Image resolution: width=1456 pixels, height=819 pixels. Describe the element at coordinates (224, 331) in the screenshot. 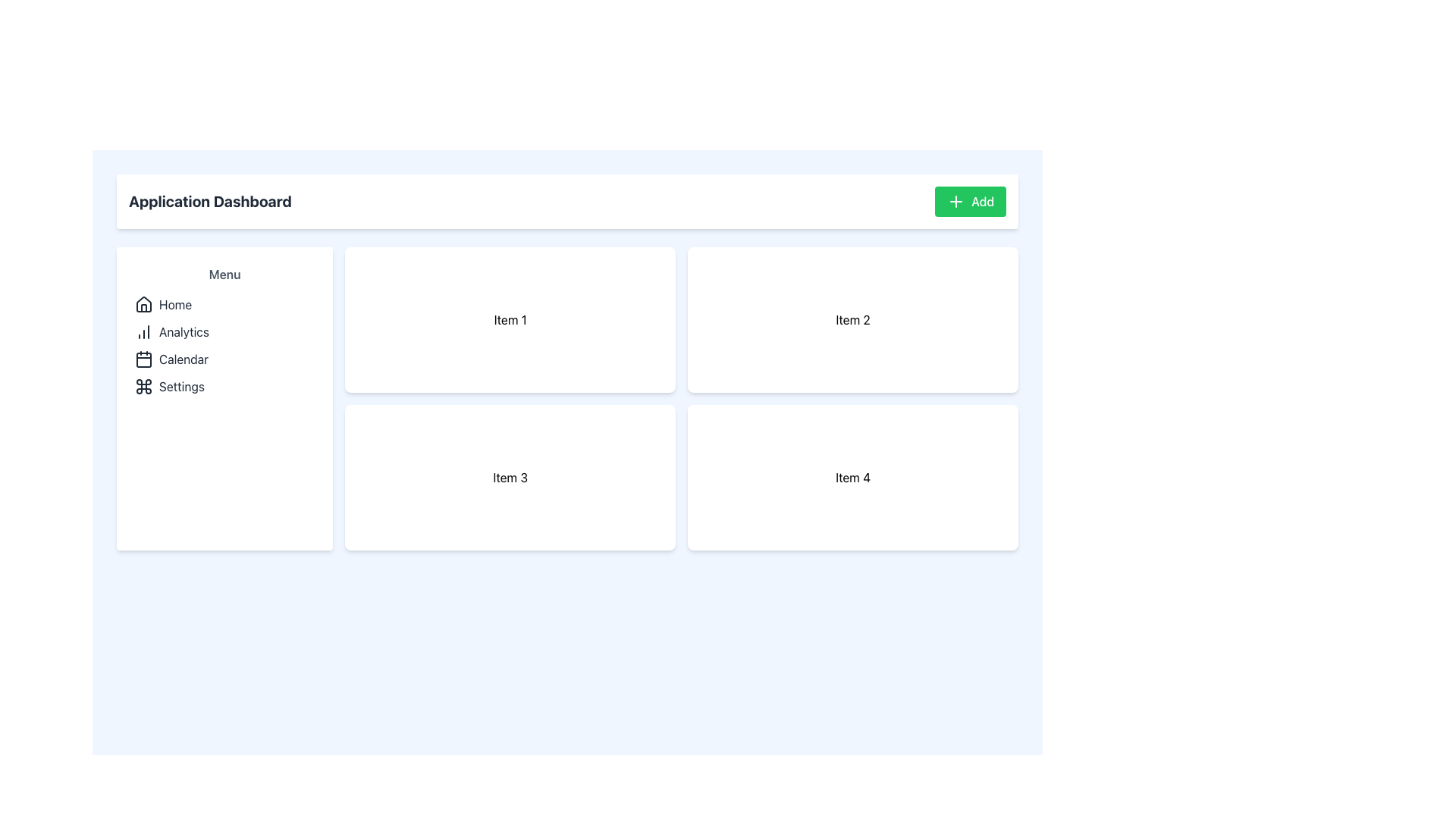

I see `the 'Analytics' navigation menu item, which is the second item in the vertical list of the left-hand sidebar` at that location.